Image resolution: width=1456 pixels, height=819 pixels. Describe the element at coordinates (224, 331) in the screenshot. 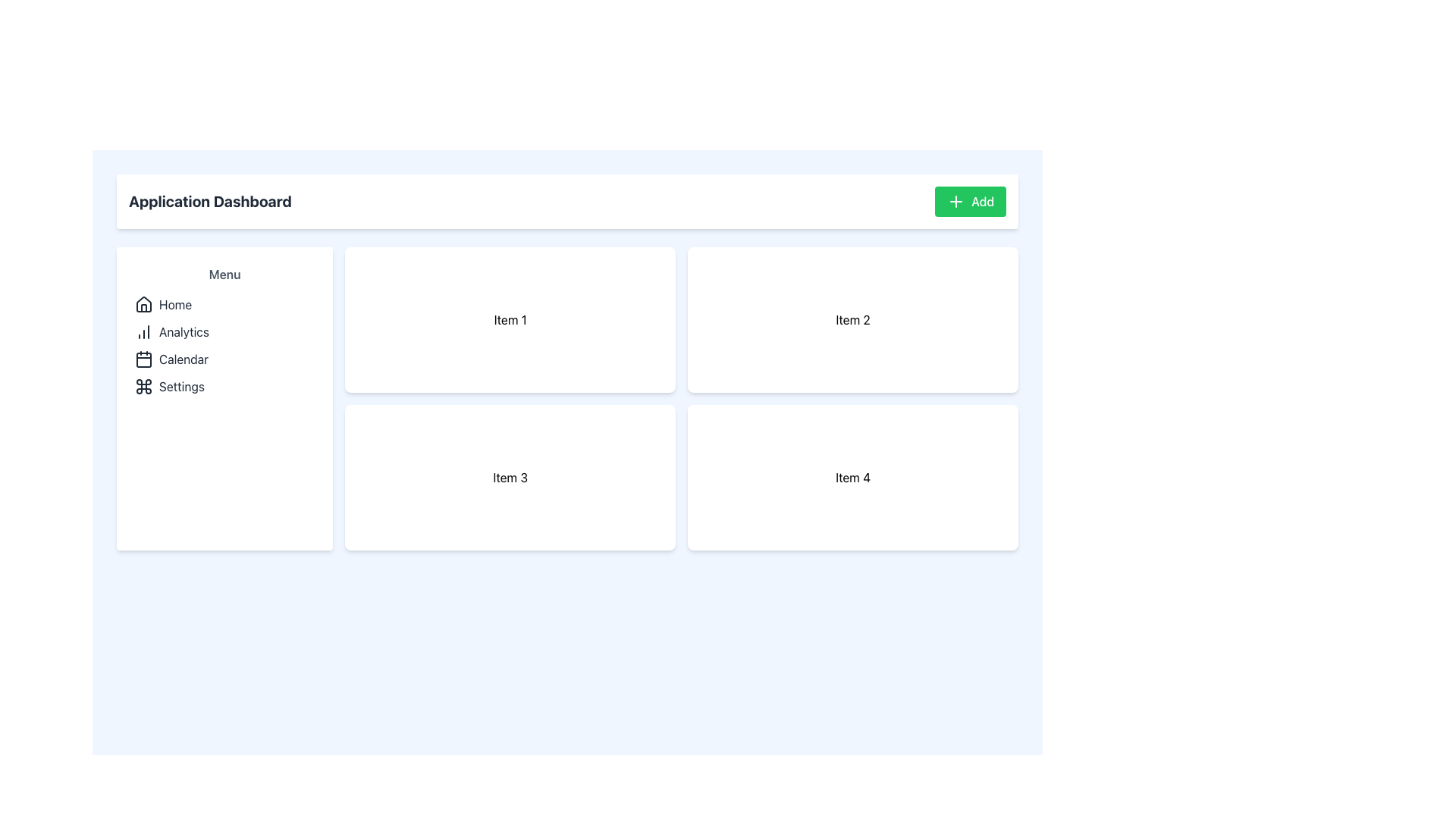

I see `the 'Analytics' navigation menu item, which is the second item in the vertical list of the left-hand sidebar` at that location.